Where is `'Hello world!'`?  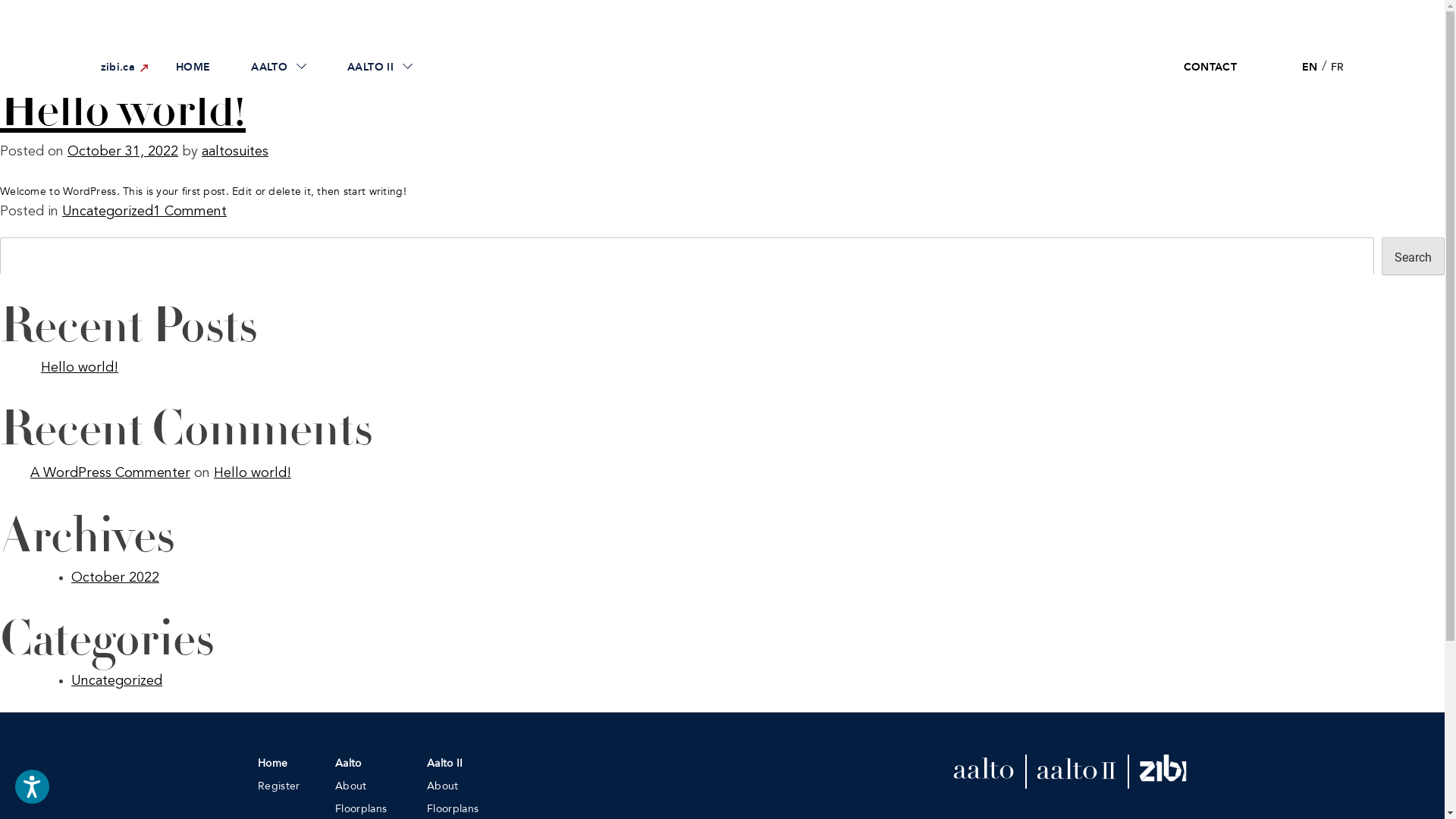 'Hello world!' is located at coordinates (123, 109).